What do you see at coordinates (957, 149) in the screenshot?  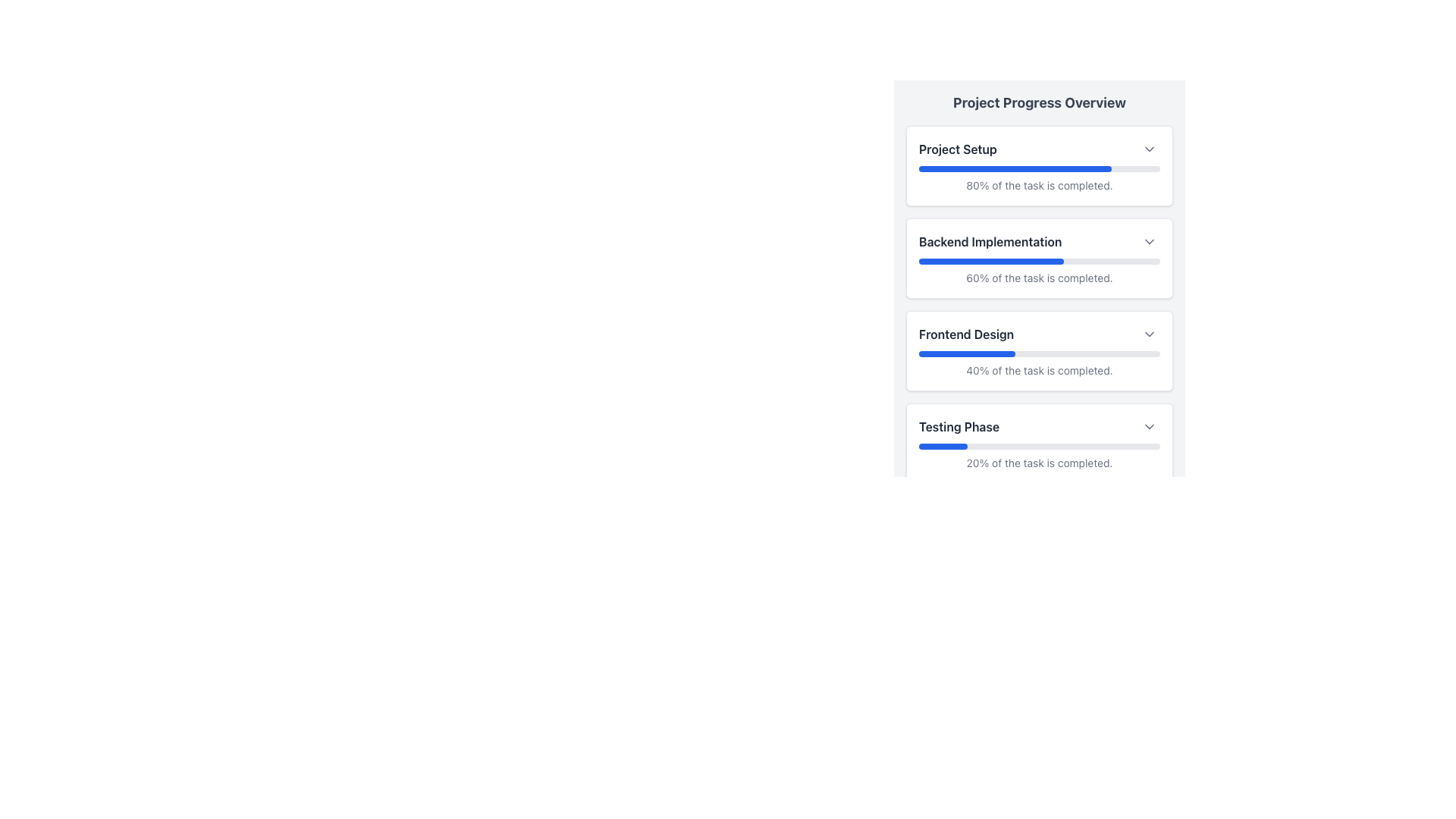 I see `the text label displaying 'Project Setup' in bold black font, located at the top of the first card in the vertically stacked list` at bounding box center [957, 149].